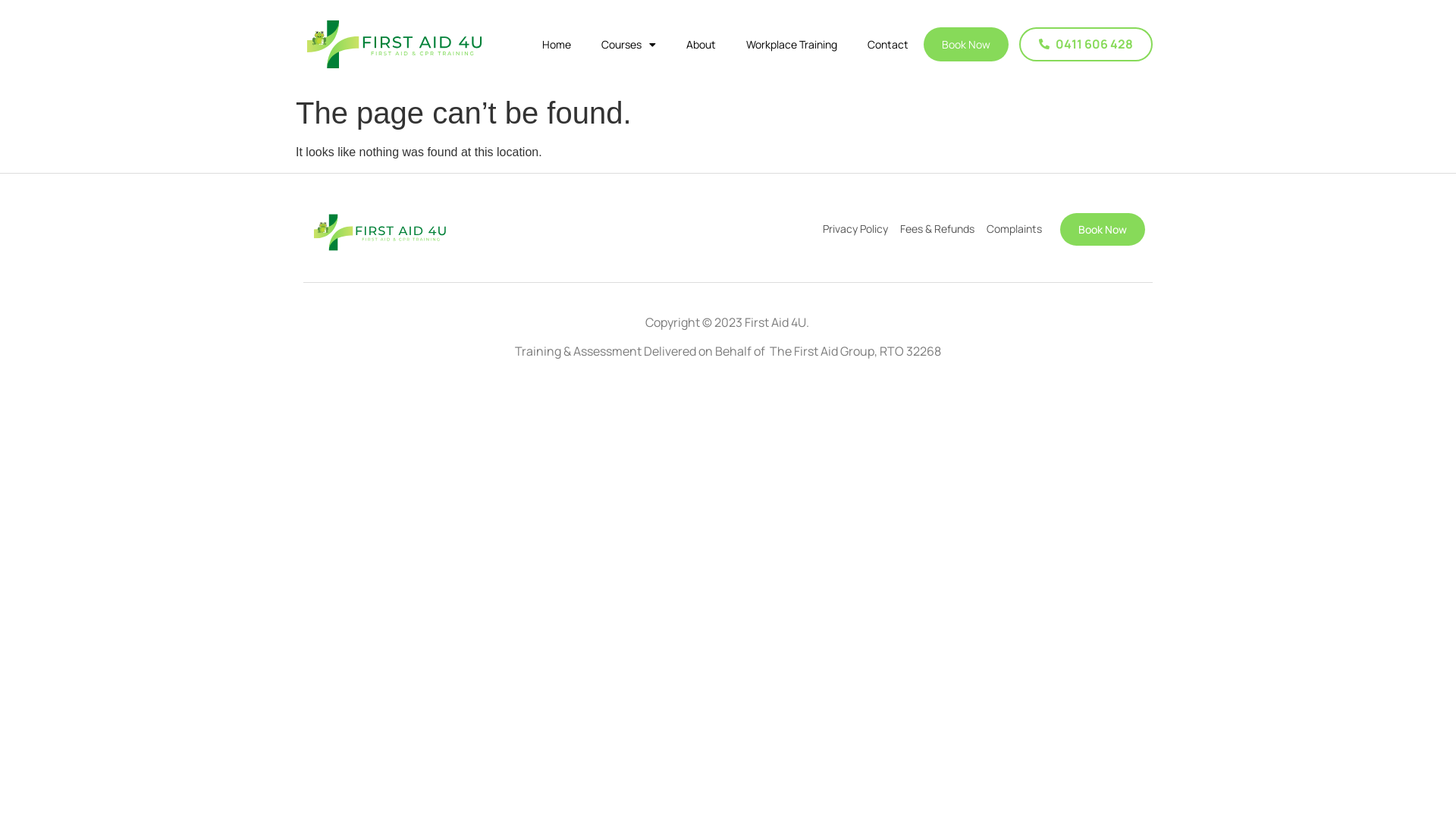  Describe the element at coordinates (790, 43) in the screenshot. I see `'Workplace Training'` at that location.